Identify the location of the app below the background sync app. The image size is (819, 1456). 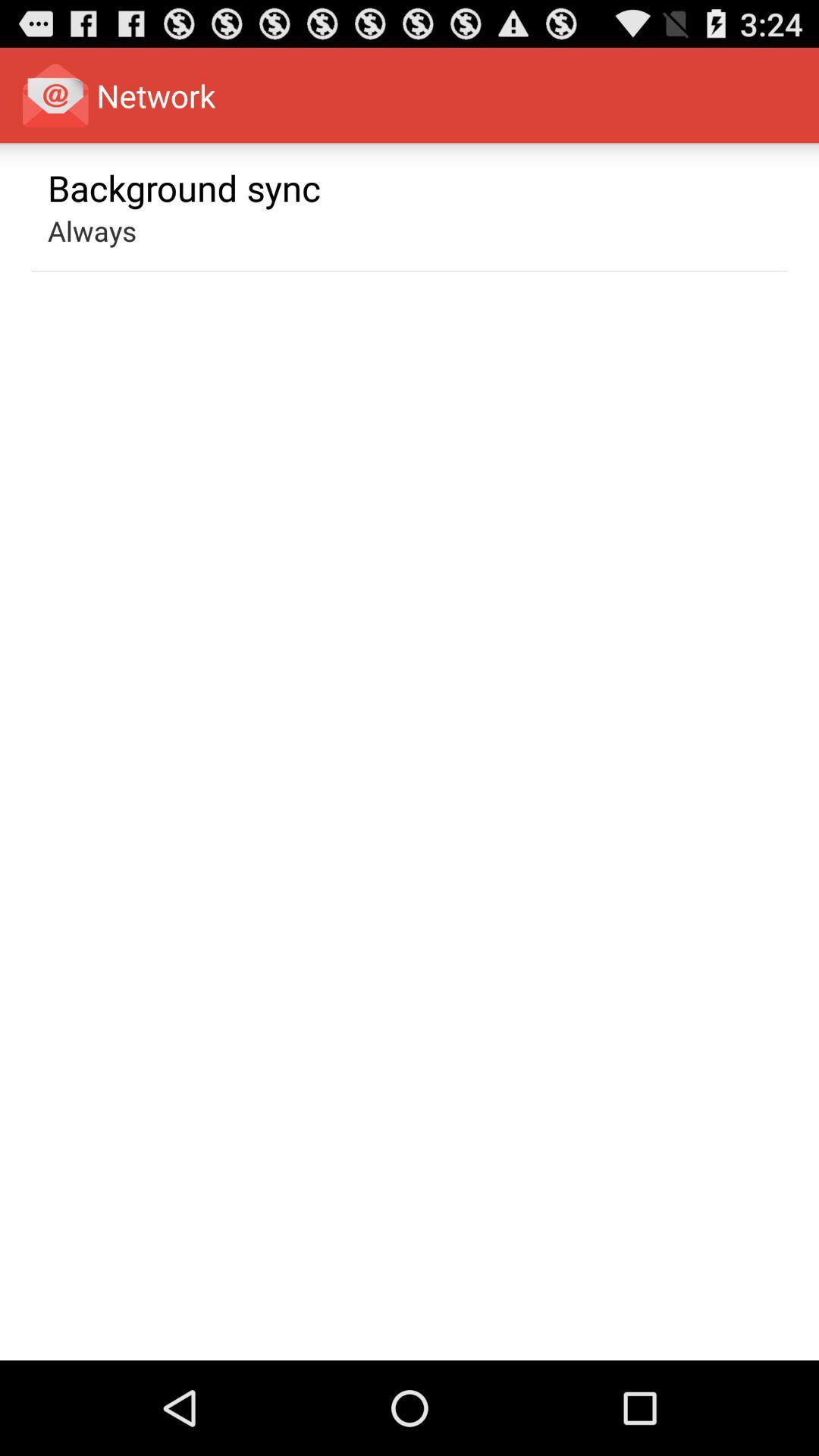
(92, 230).